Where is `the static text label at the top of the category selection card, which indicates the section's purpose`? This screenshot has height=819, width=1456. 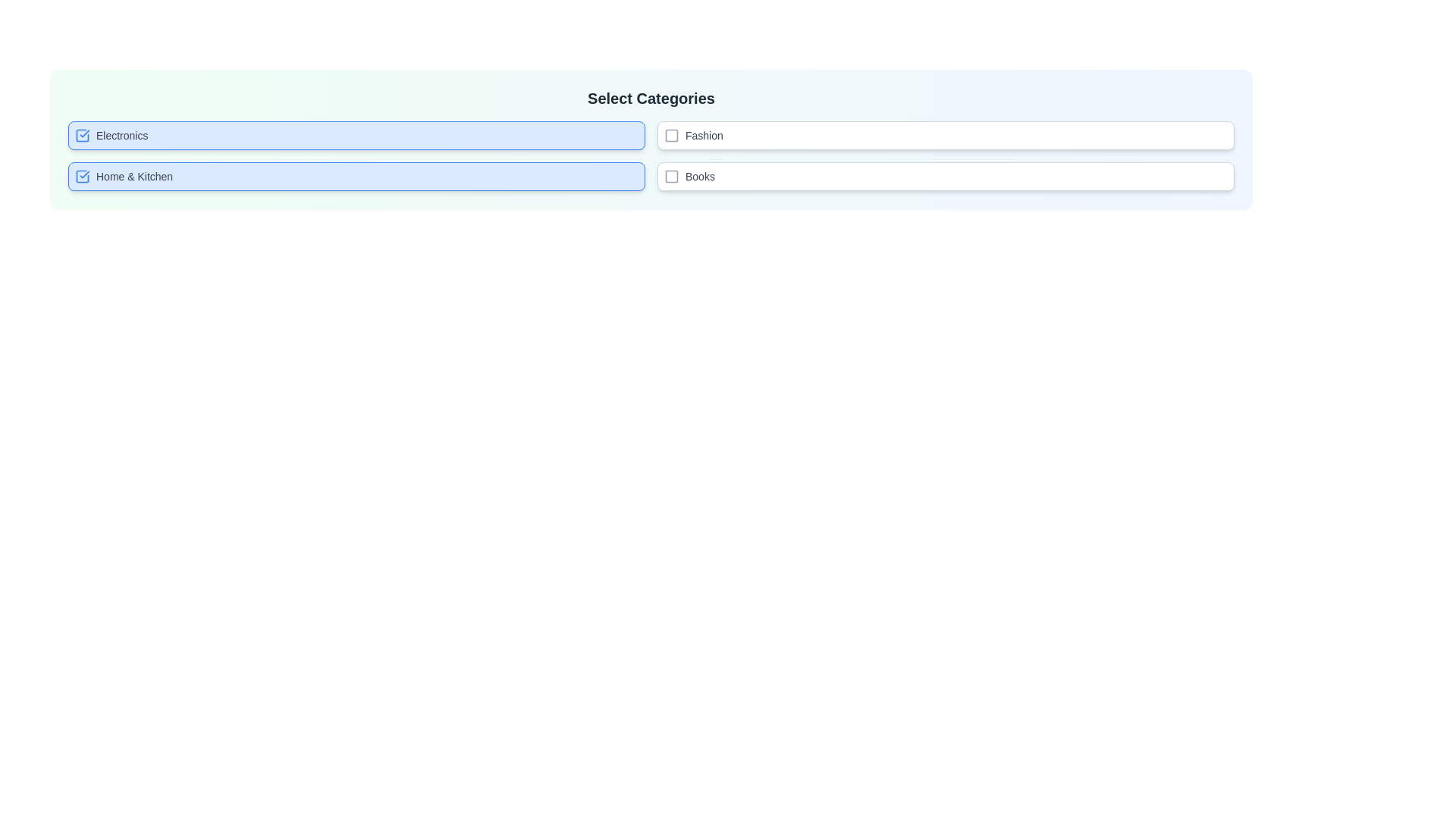
the static text label at the top of the category selection card, which indicates the section's purpose is located at coordinates (651, 99).